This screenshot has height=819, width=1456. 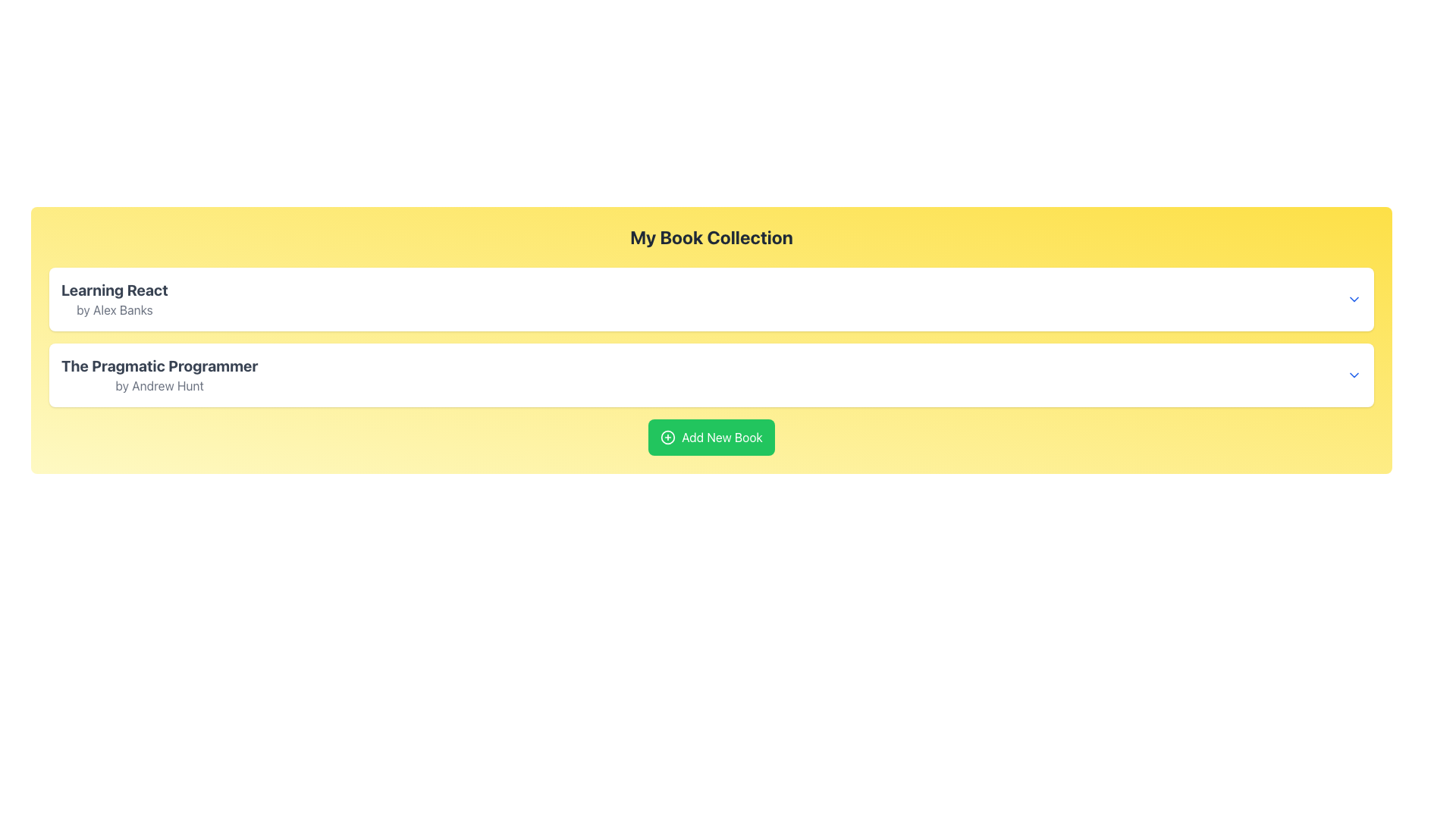 I want to click on the circular graphical element within the SVG, which is centrally positioned at the bottom-center of the application interface and adjacent to the label 'Add New Book', so click(x=667, y=438).